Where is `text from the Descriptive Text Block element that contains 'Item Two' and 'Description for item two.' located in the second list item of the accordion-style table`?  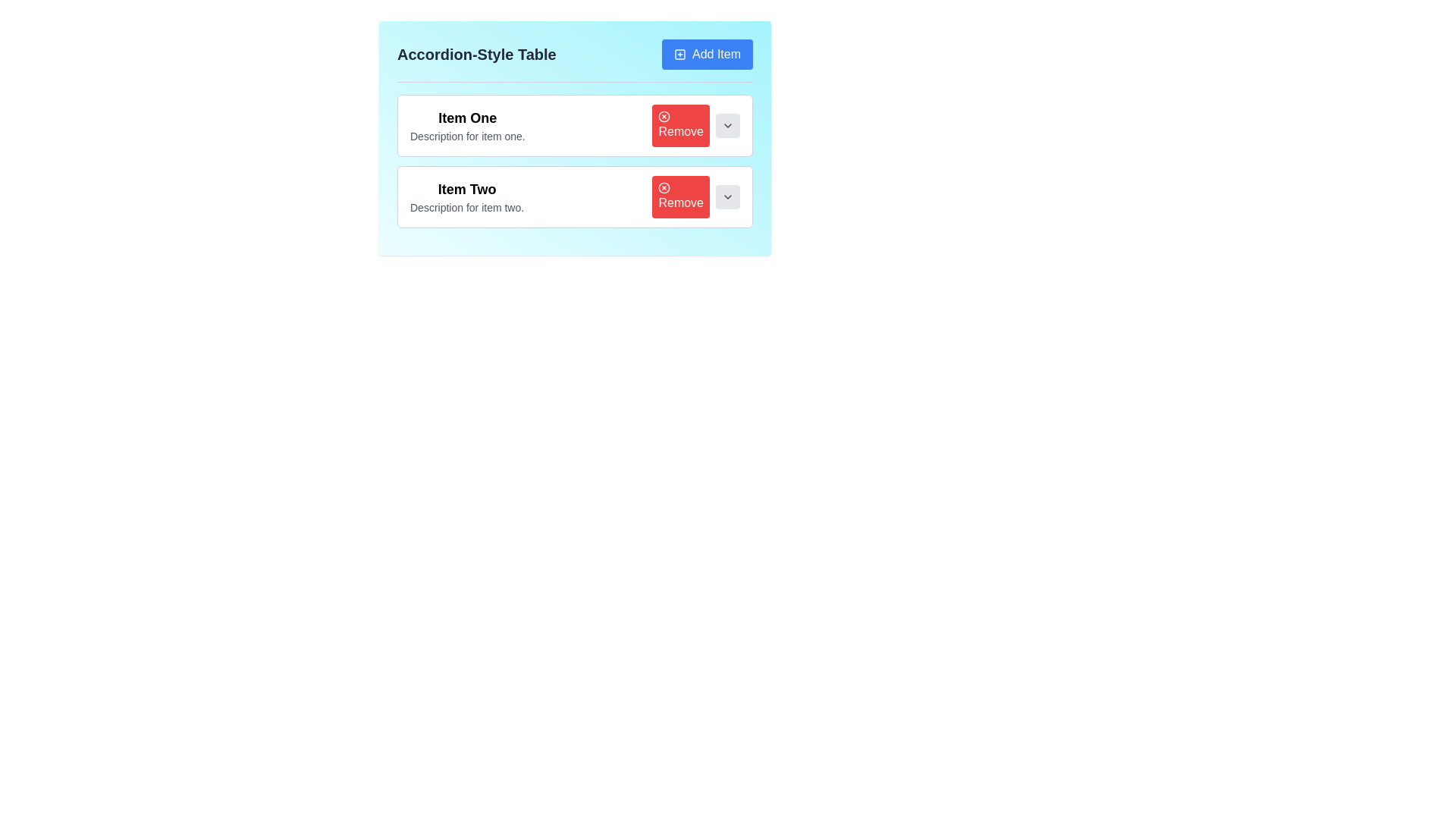 text from the Descriptive Text Block element that contains 'Item Two' and 'Description for item two.' located in the second list item of the accordion-style table is located at coordinates (466, 196).